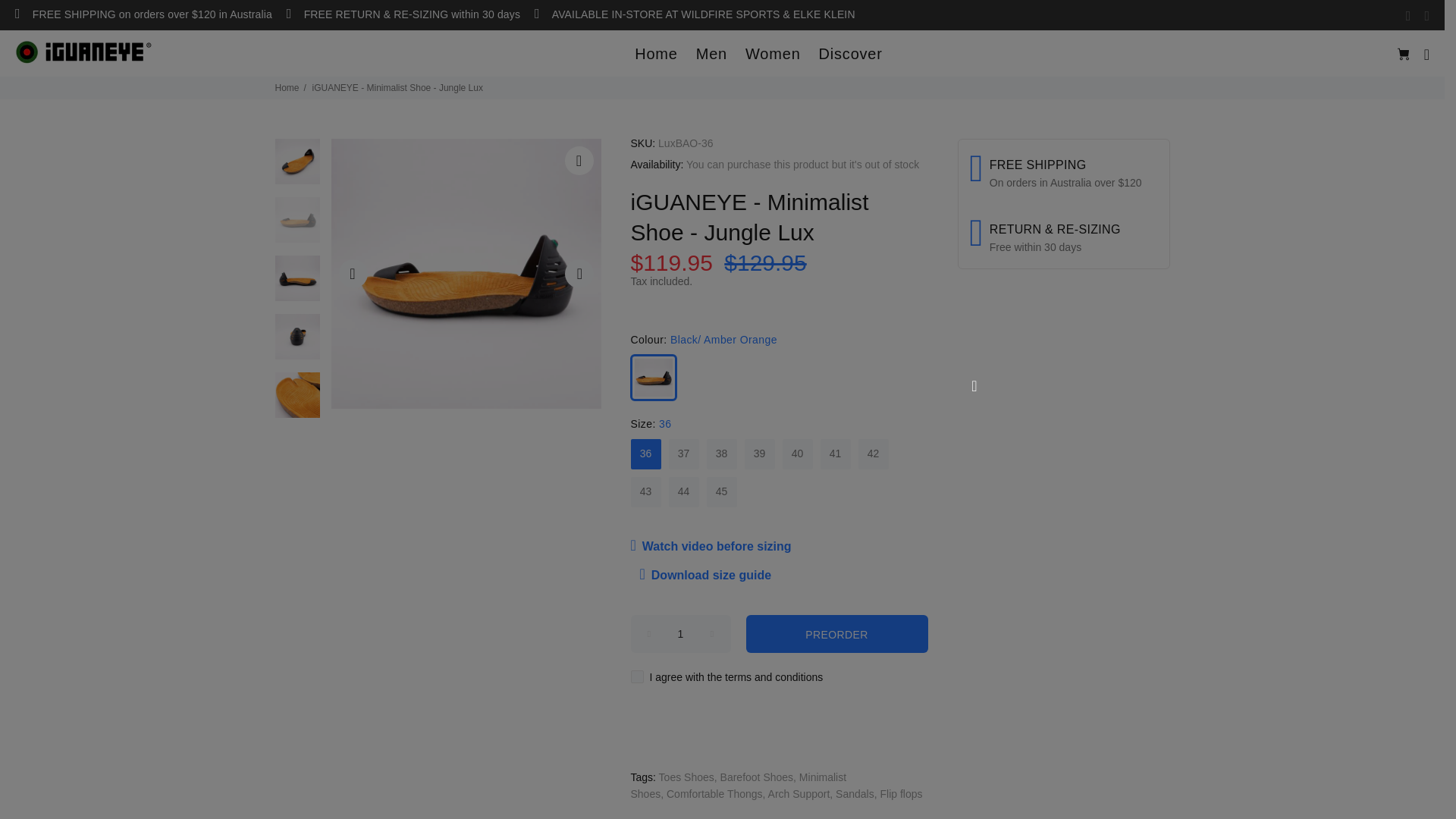 This screenshot has height=819, width=1456. I want to click on 'Watch video before sizing', so click(630, 547).